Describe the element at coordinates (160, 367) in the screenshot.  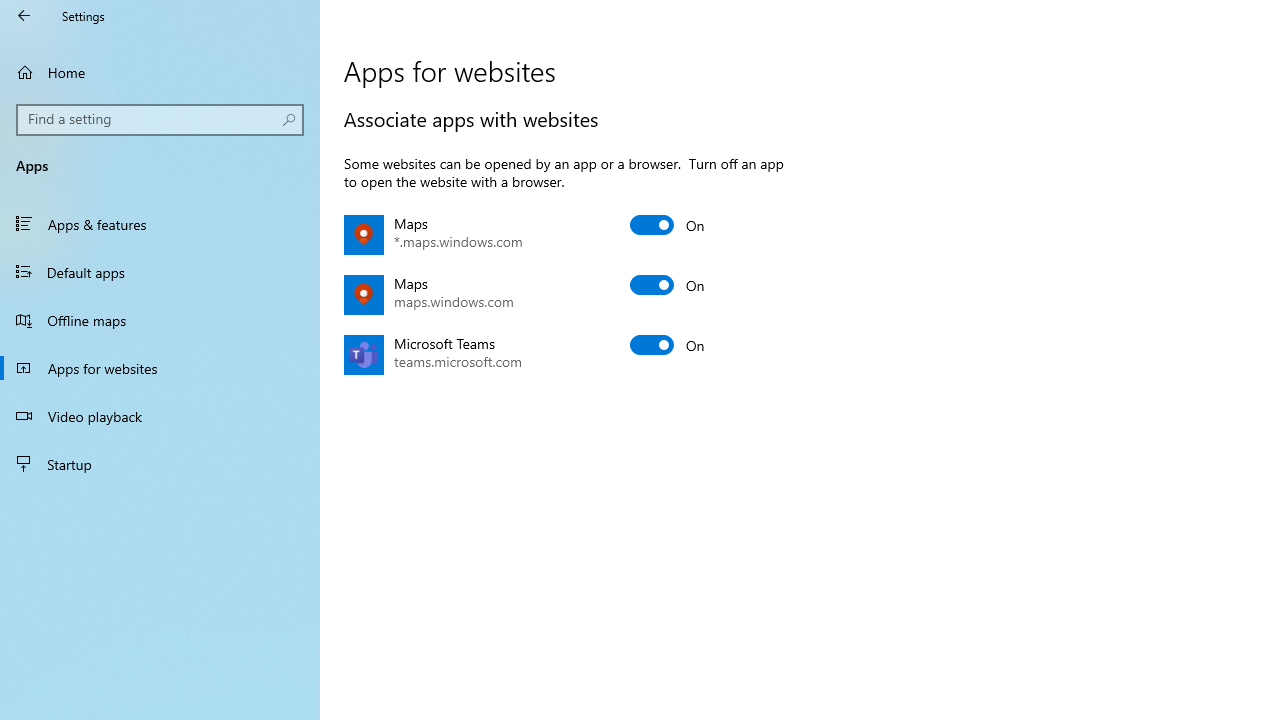
I see `'Apps for websites'` at that location.